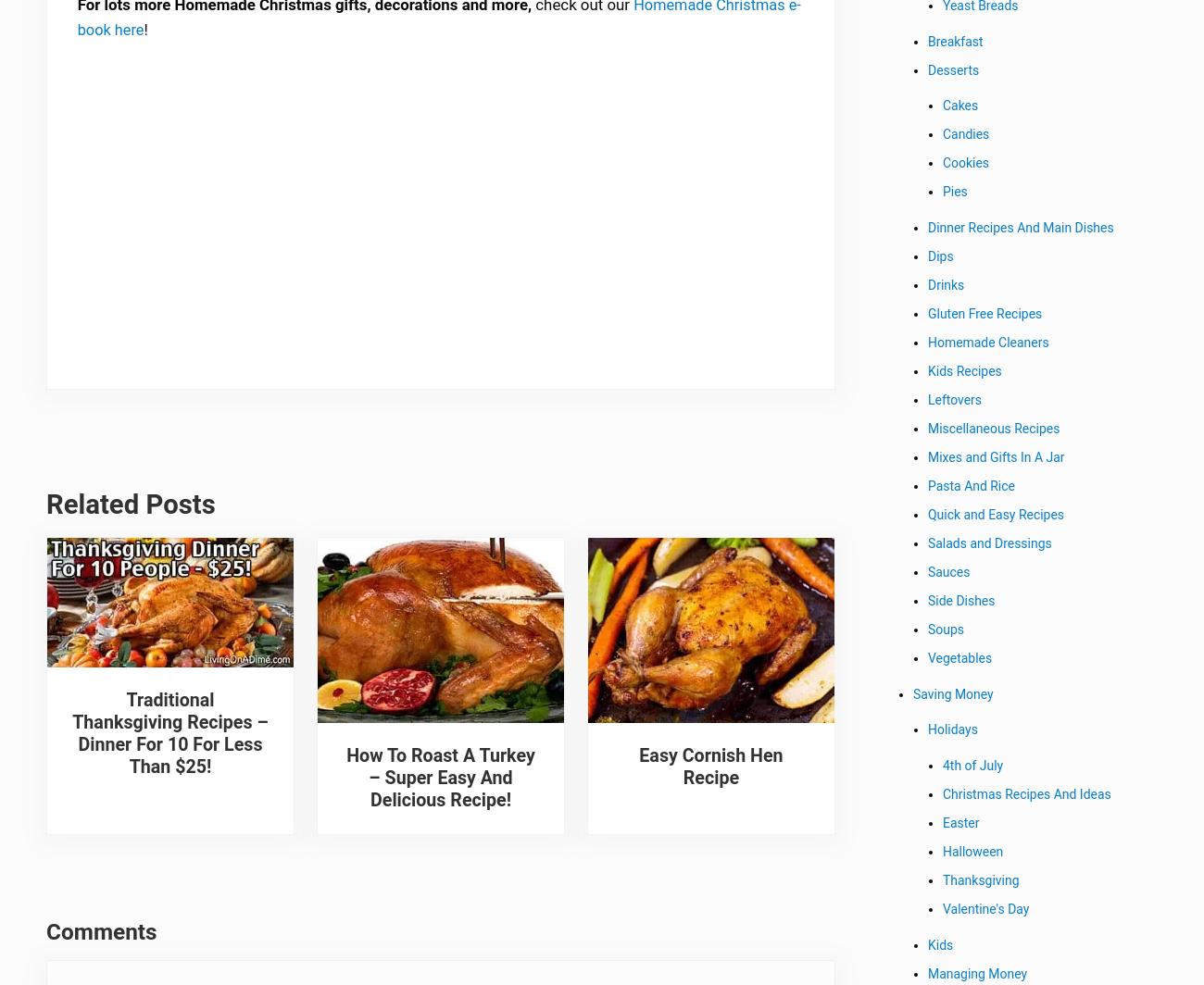 The width and height of the screenshot is (1204, 985). What do you see at coordinates (942, 825) in the screenshot?
I see `'Easter'` at bounding box center [942, 825].